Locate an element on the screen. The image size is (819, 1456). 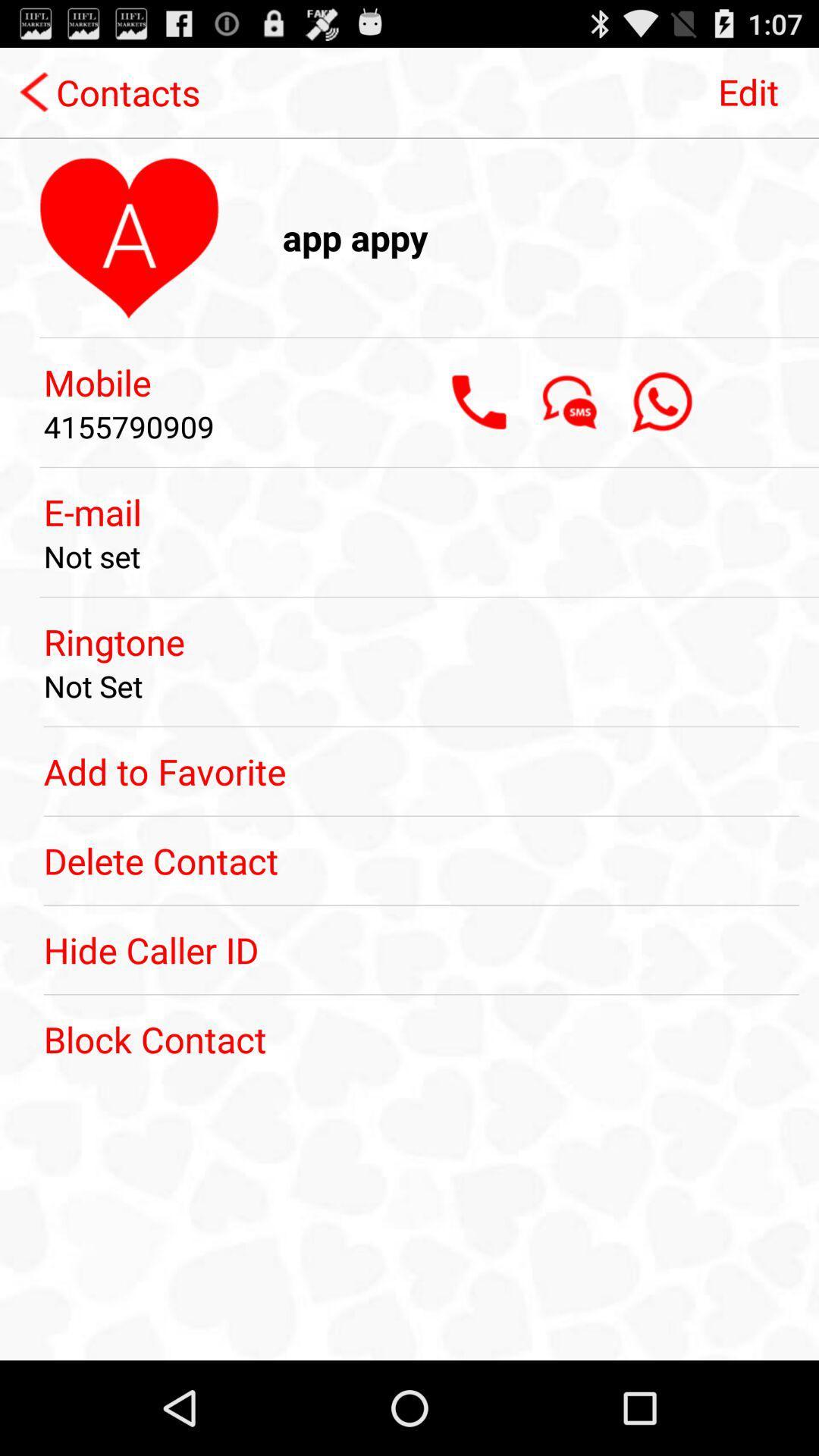
call the business is located at coordinates (479, 402).